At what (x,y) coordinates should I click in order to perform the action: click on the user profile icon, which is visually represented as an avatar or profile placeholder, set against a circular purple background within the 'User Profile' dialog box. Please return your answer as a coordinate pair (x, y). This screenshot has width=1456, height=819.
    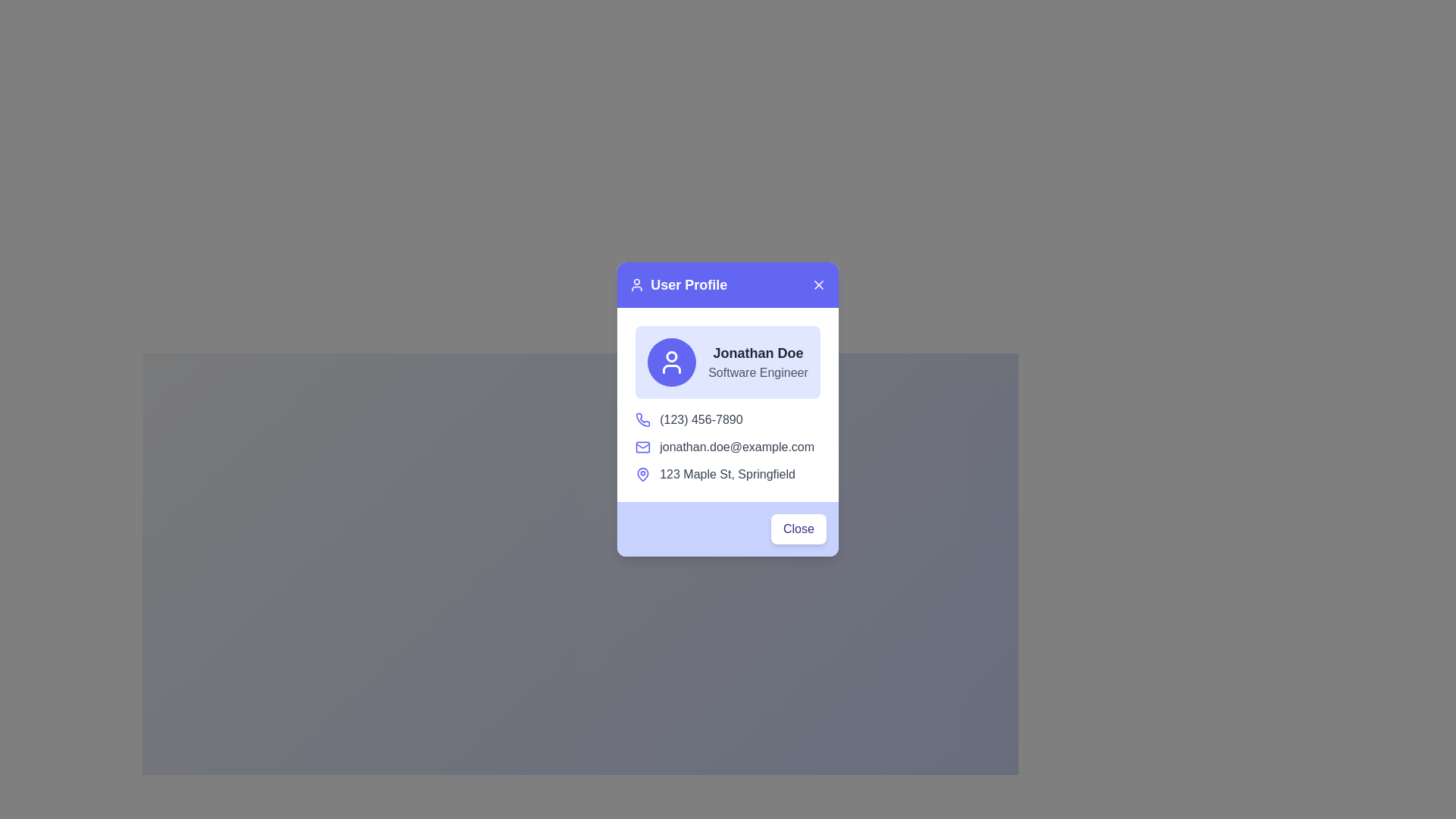
    Looking at the image, I should click on (671, 362).